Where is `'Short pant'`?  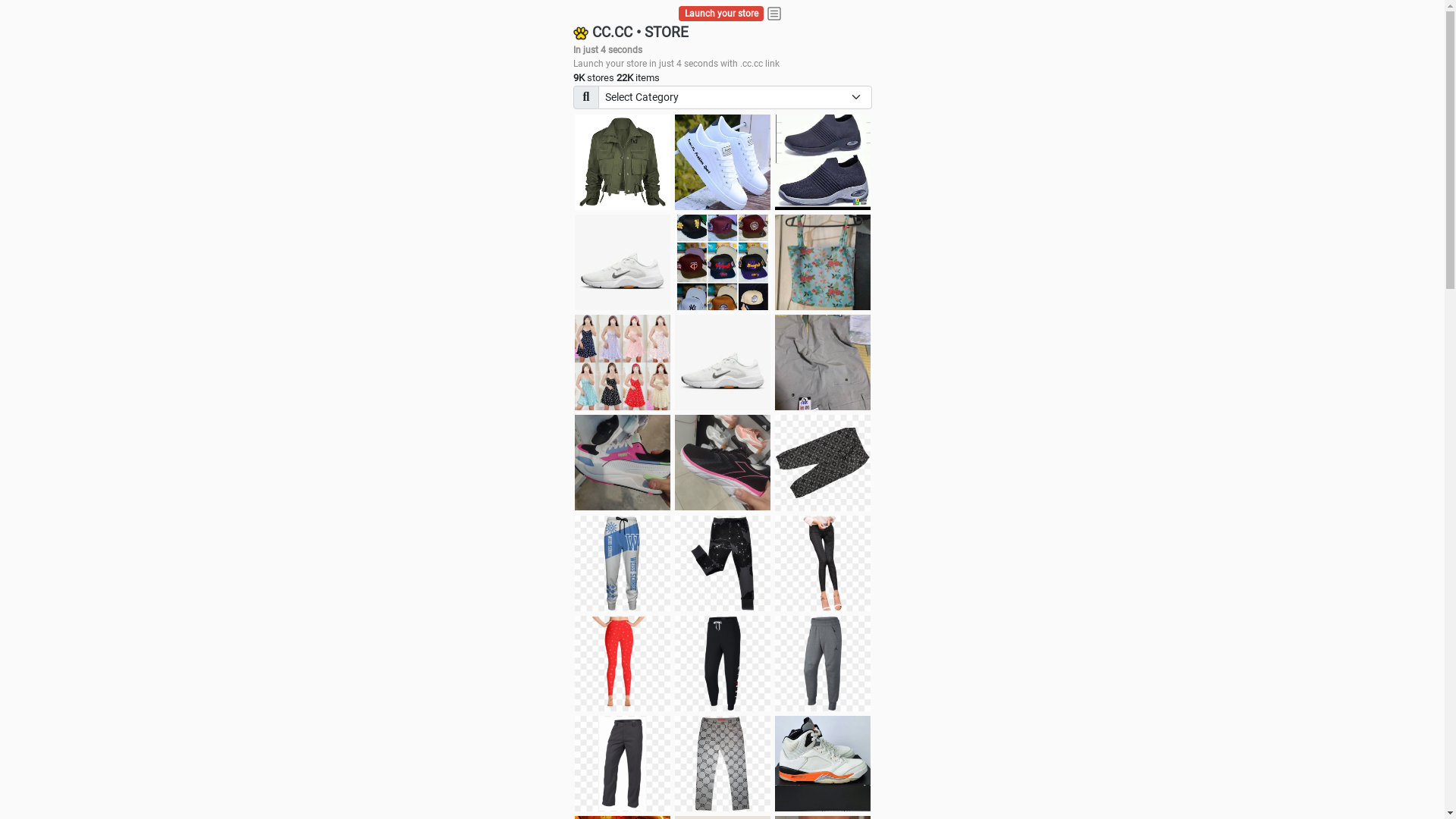 'Short pant' is located at coordinates (821, 461).